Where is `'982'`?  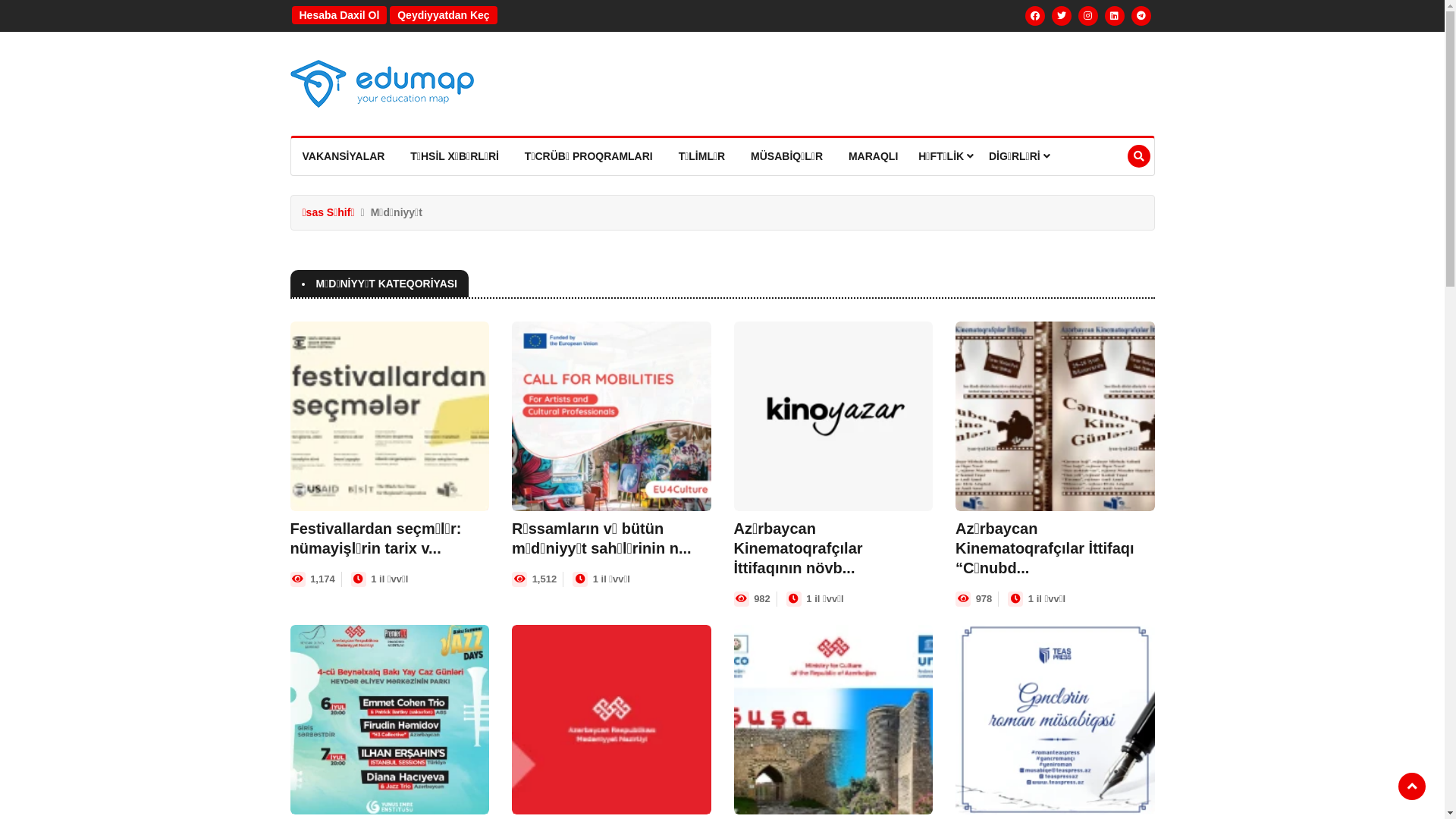 '982' is located at coordinates (761, 598).